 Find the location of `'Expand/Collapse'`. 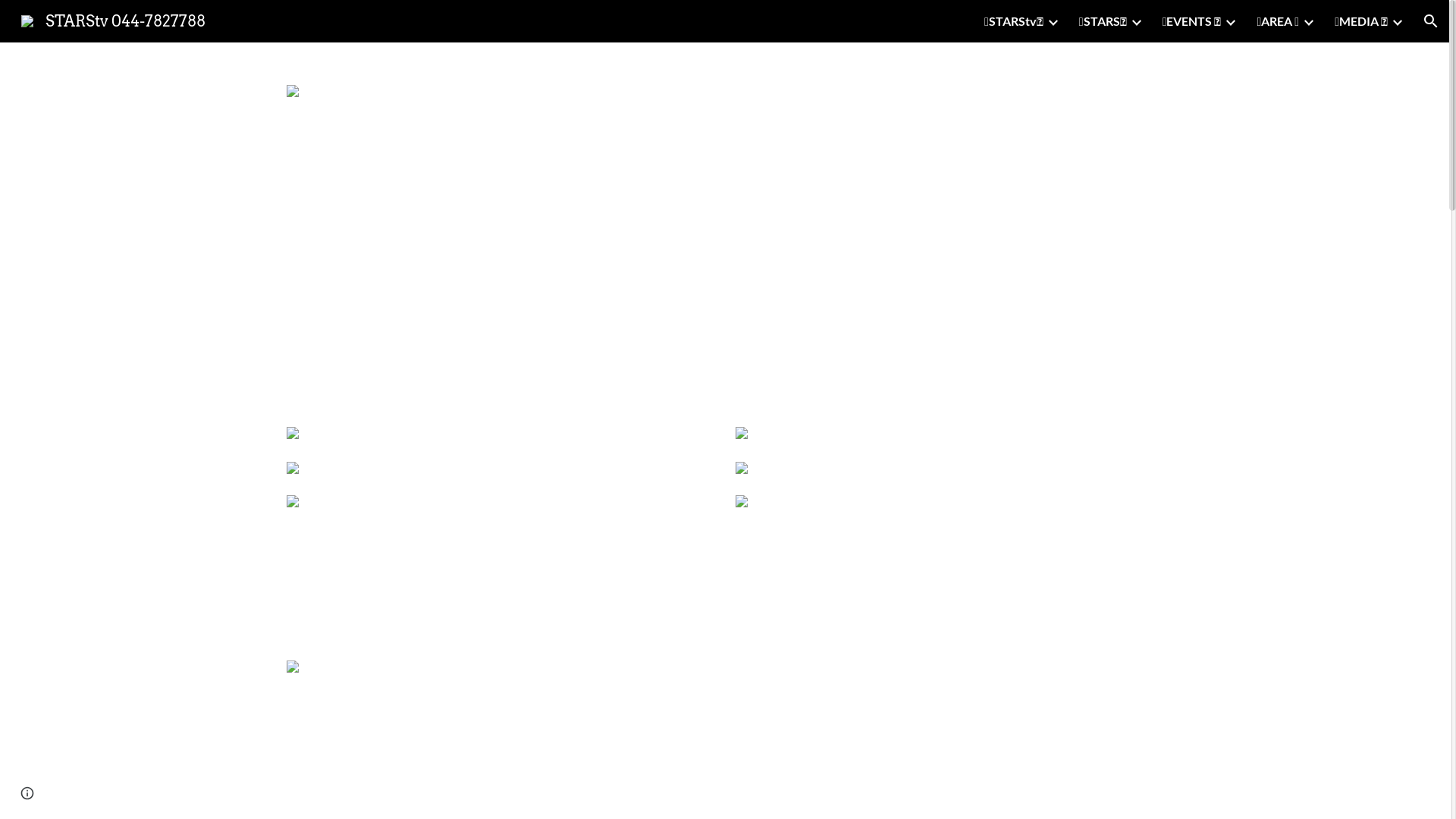

'Expand/Collapse' is located at coordinates (1390, 20).